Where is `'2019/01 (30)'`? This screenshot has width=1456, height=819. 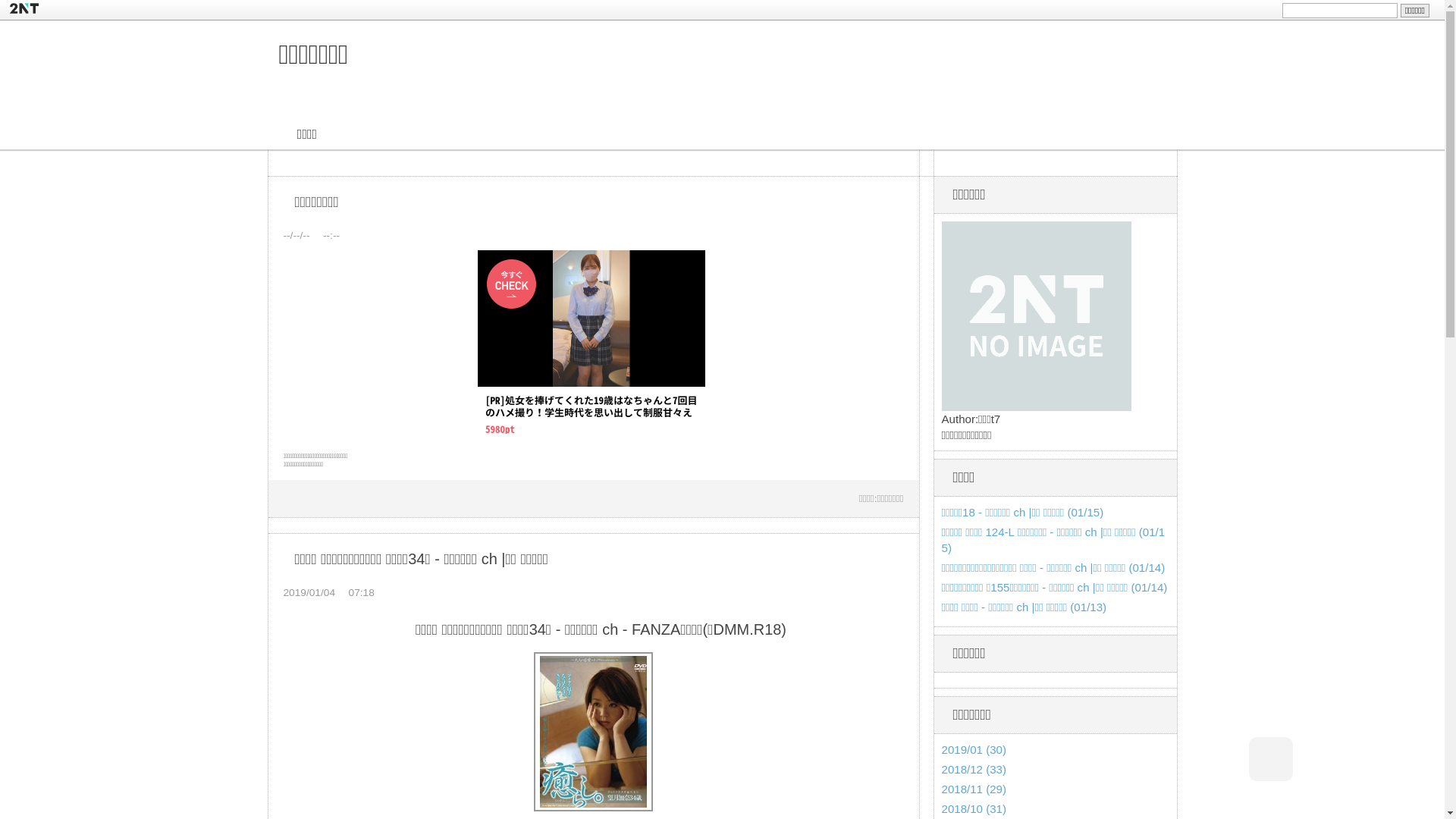
'2019/01 (30)' is located at coordinates (941, 748).